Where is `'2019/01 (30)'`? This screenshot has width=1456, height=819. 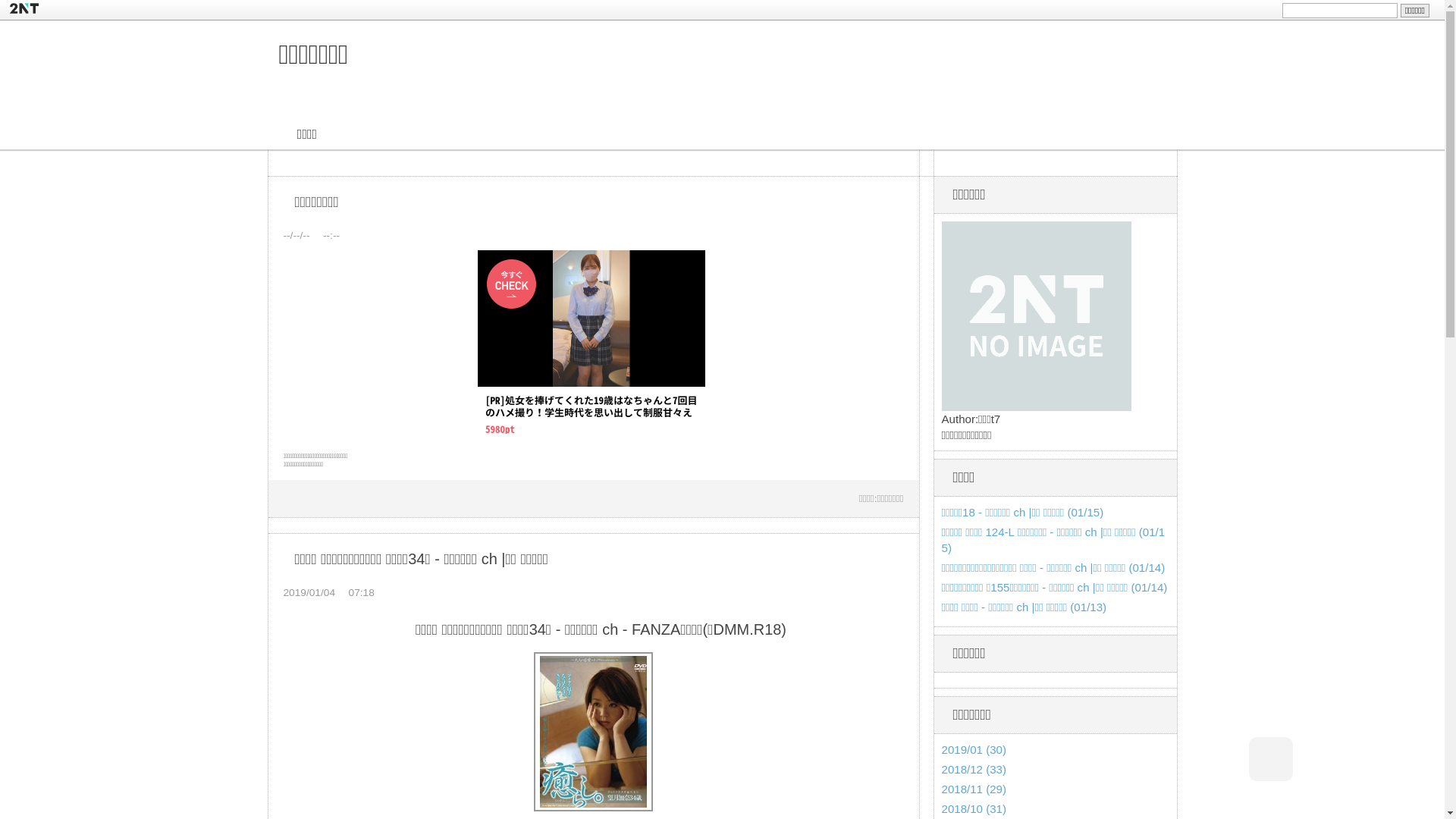
'2019/01 (30)' is located at coordinates (941, 748).